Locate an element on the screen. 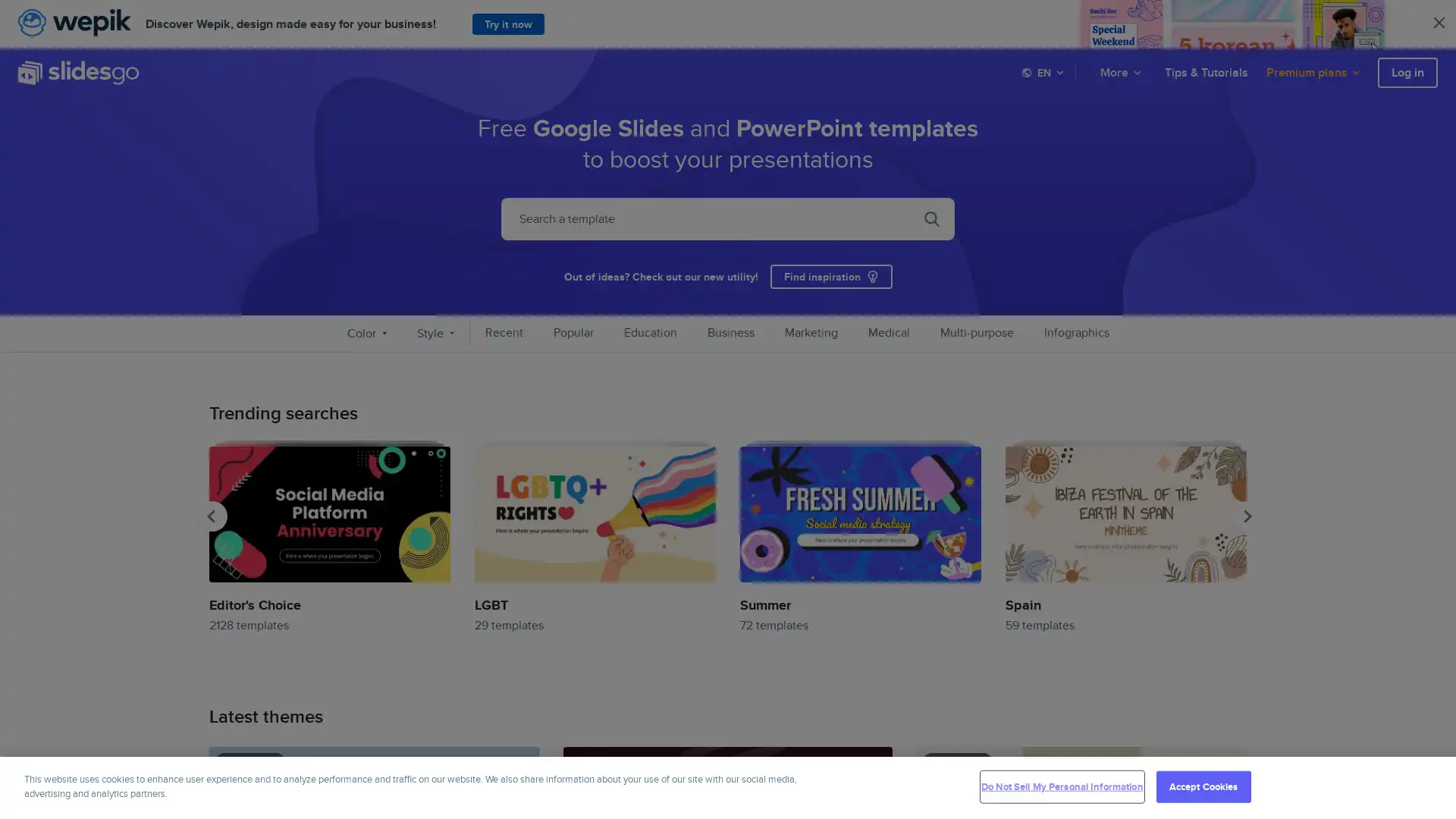 This screenshot has height=819, width=1456. Log in is located at coordinates (1407, 72).